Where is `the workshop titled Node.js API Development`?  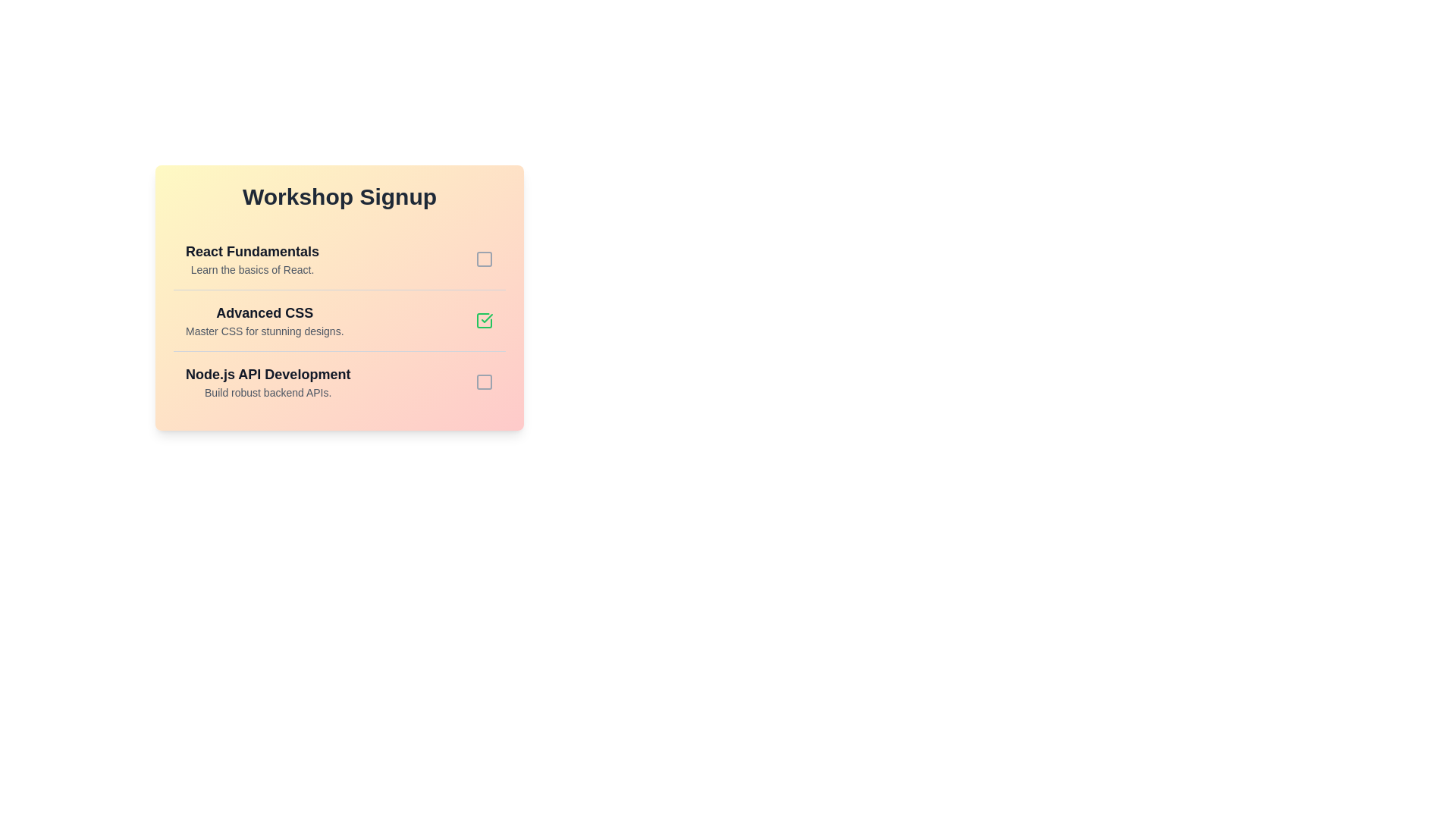
the workshop titled Node.js API Development is located at coordinates (268, 381).